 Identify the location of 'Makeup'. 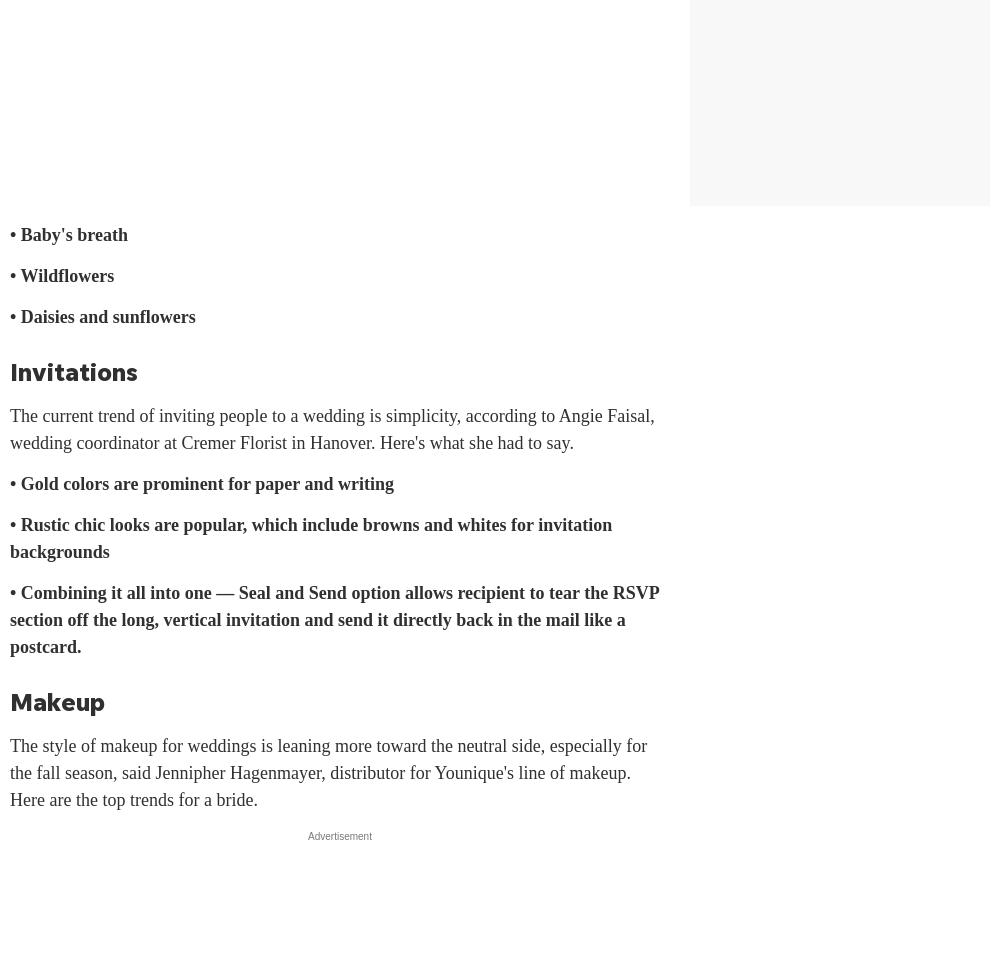
(57, 701).